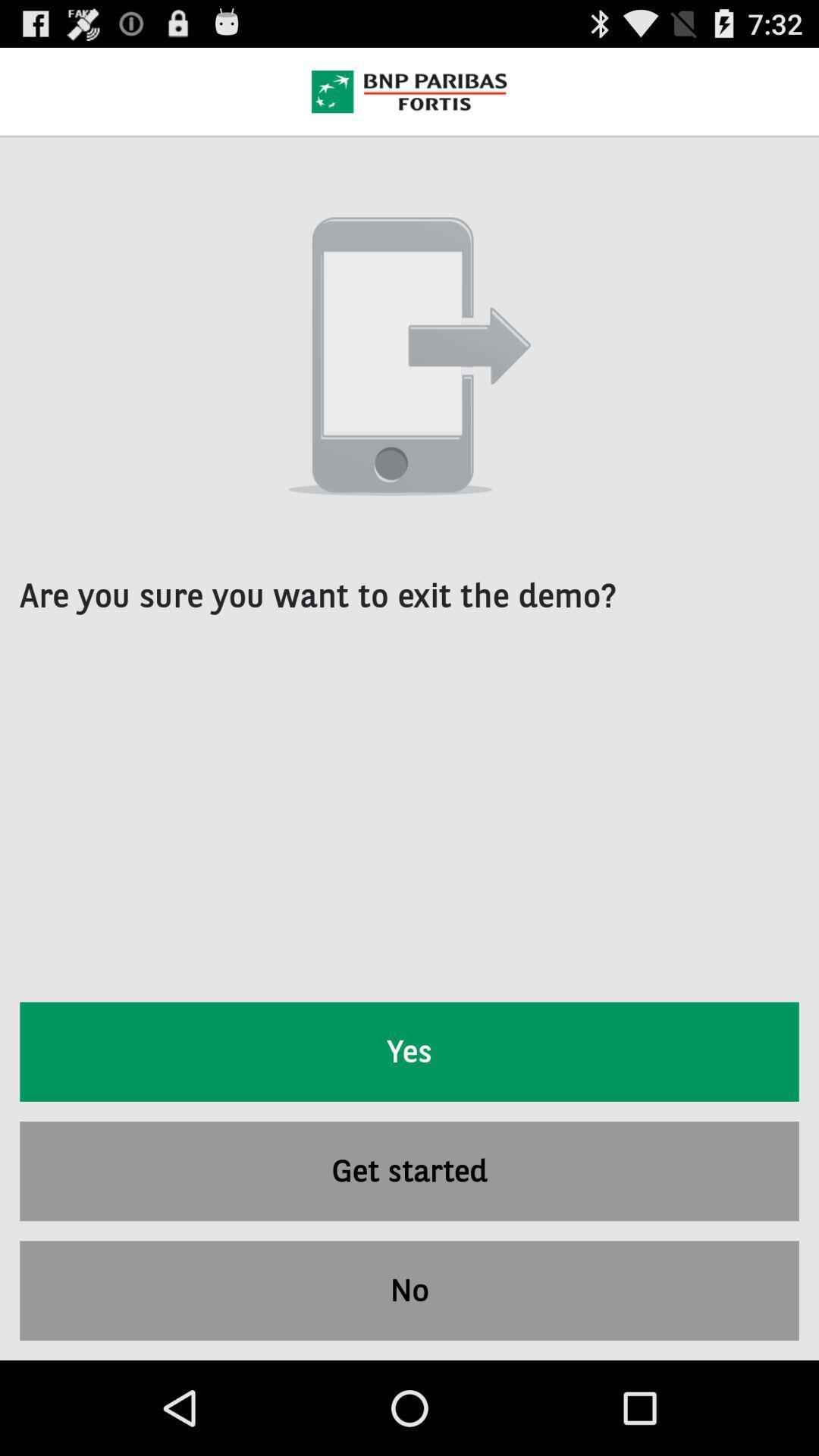  What do you see at coordinates (409, 1290) in the screenshot?
I see `the item below the get started item` at bounding box center [409, 1290].